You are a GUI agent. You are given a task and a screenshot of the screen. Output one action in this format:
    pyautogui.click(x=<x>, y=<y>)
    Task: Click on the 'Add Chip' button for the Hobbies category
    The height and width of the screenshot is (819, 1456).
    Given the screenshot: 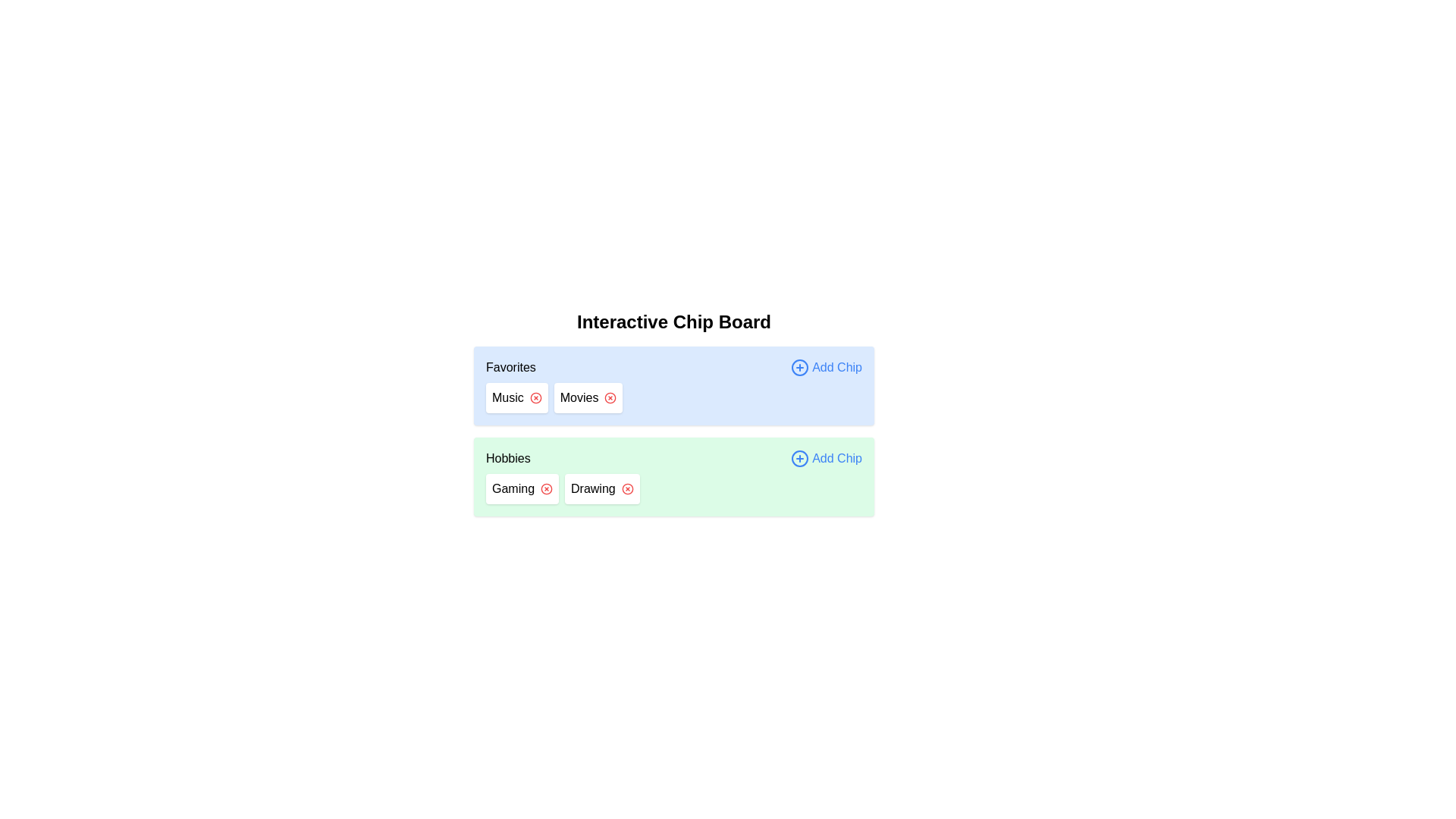 What is the action you would take?
    pyautogui.click(x=825, y=458)
    